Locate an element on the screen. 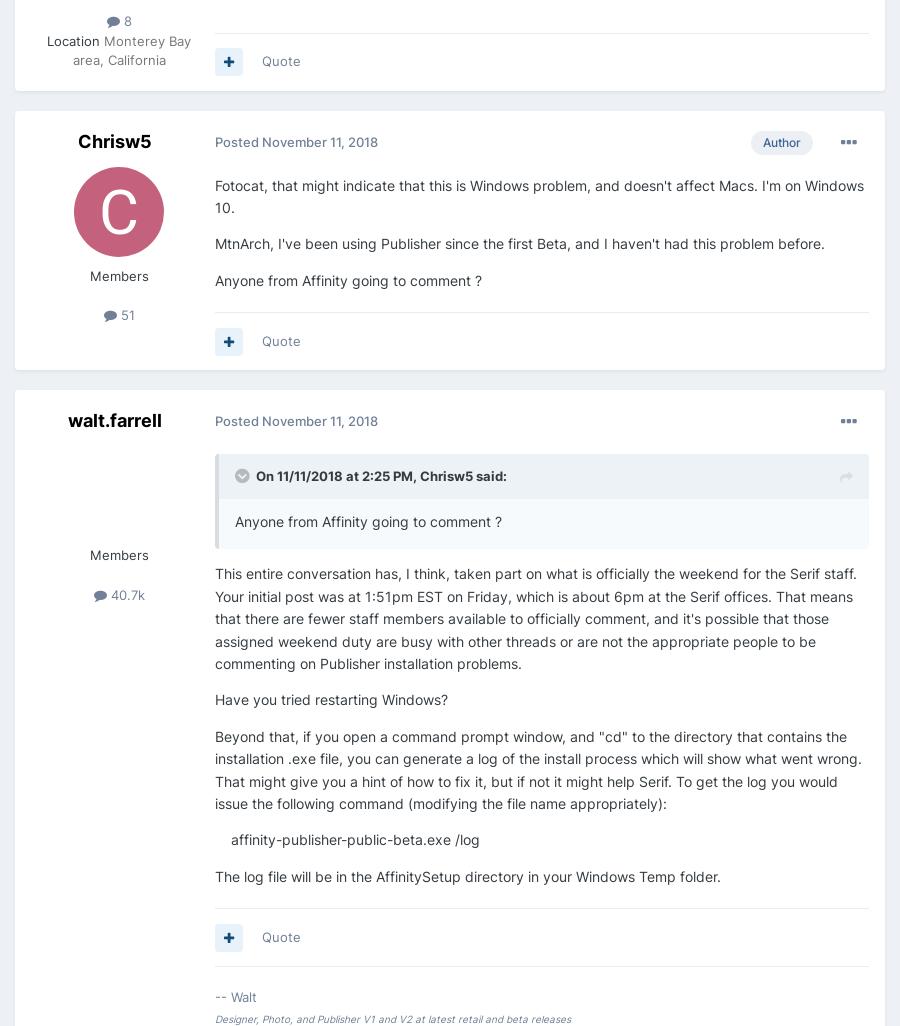  '40.7k' is located at coordinates (125, 592).